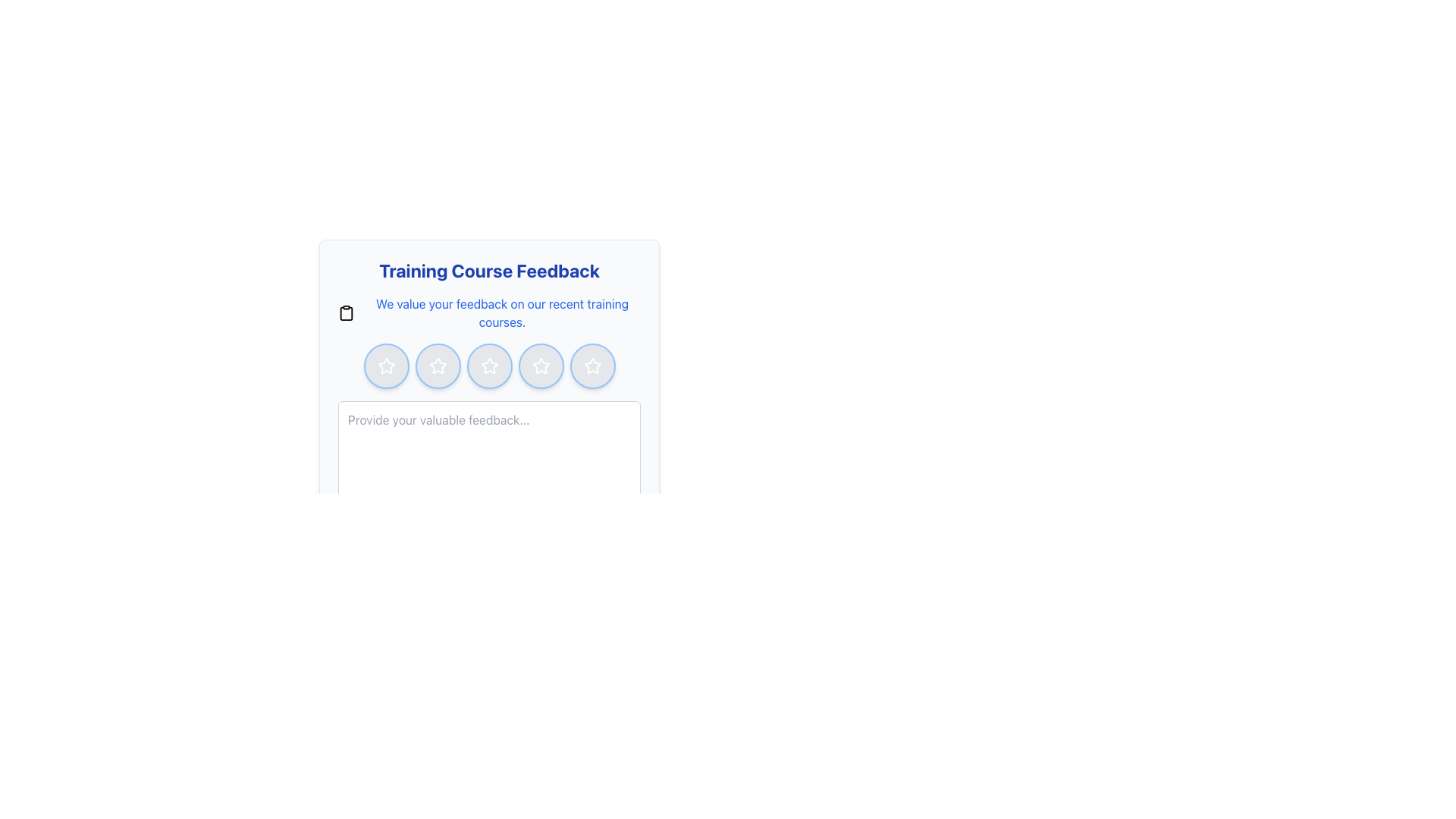 This screenshot has height=819, width=1456. Describe the element at coordinates (489, 455) in the screenshot. I see `inside the multiline textarea characterized by rounded corners and a light gray border to focus it` at that location.